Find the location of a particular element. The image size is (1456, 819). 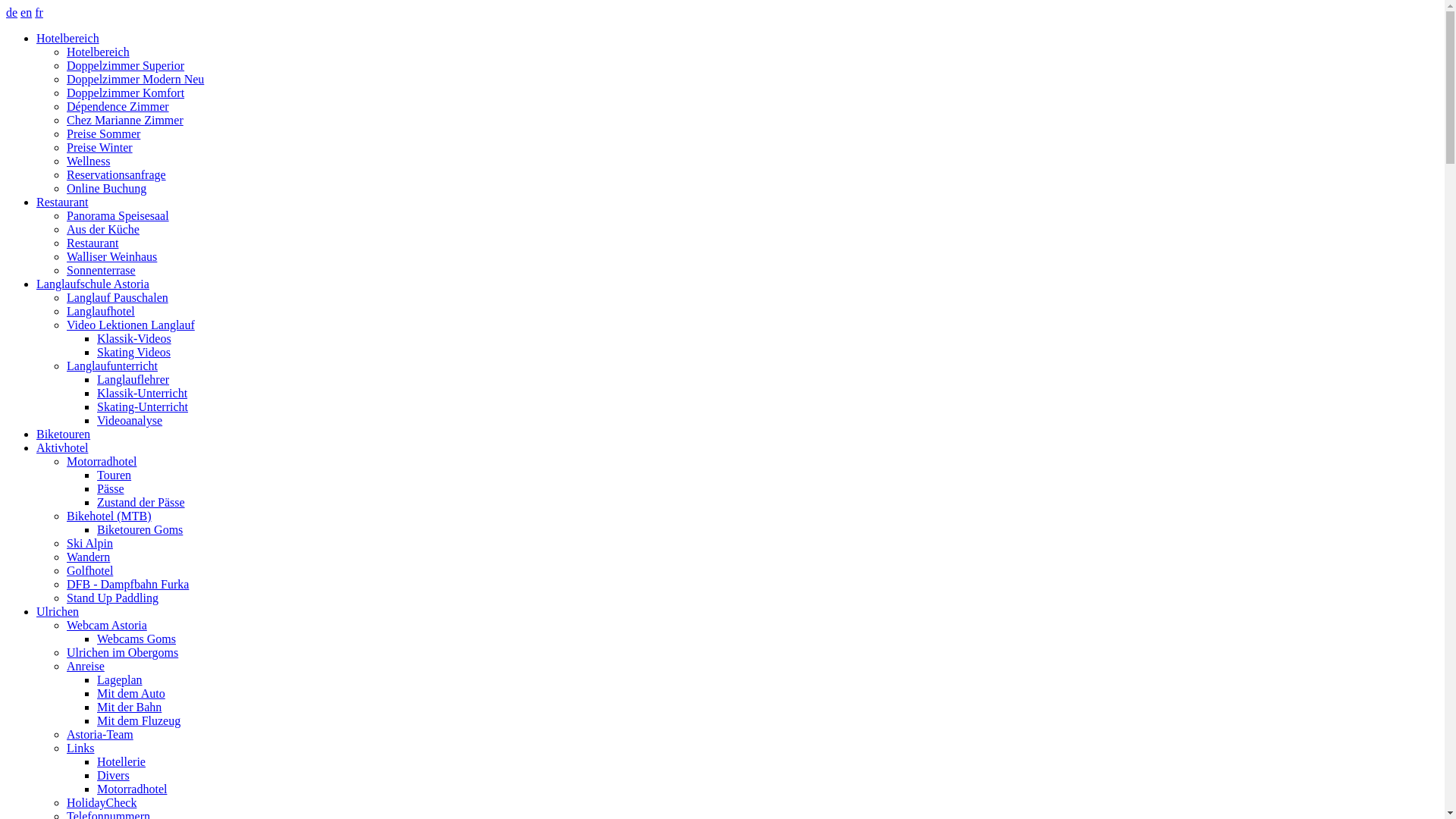

'Ulrichen im Obergoms' is located at coordinates (65, 651).